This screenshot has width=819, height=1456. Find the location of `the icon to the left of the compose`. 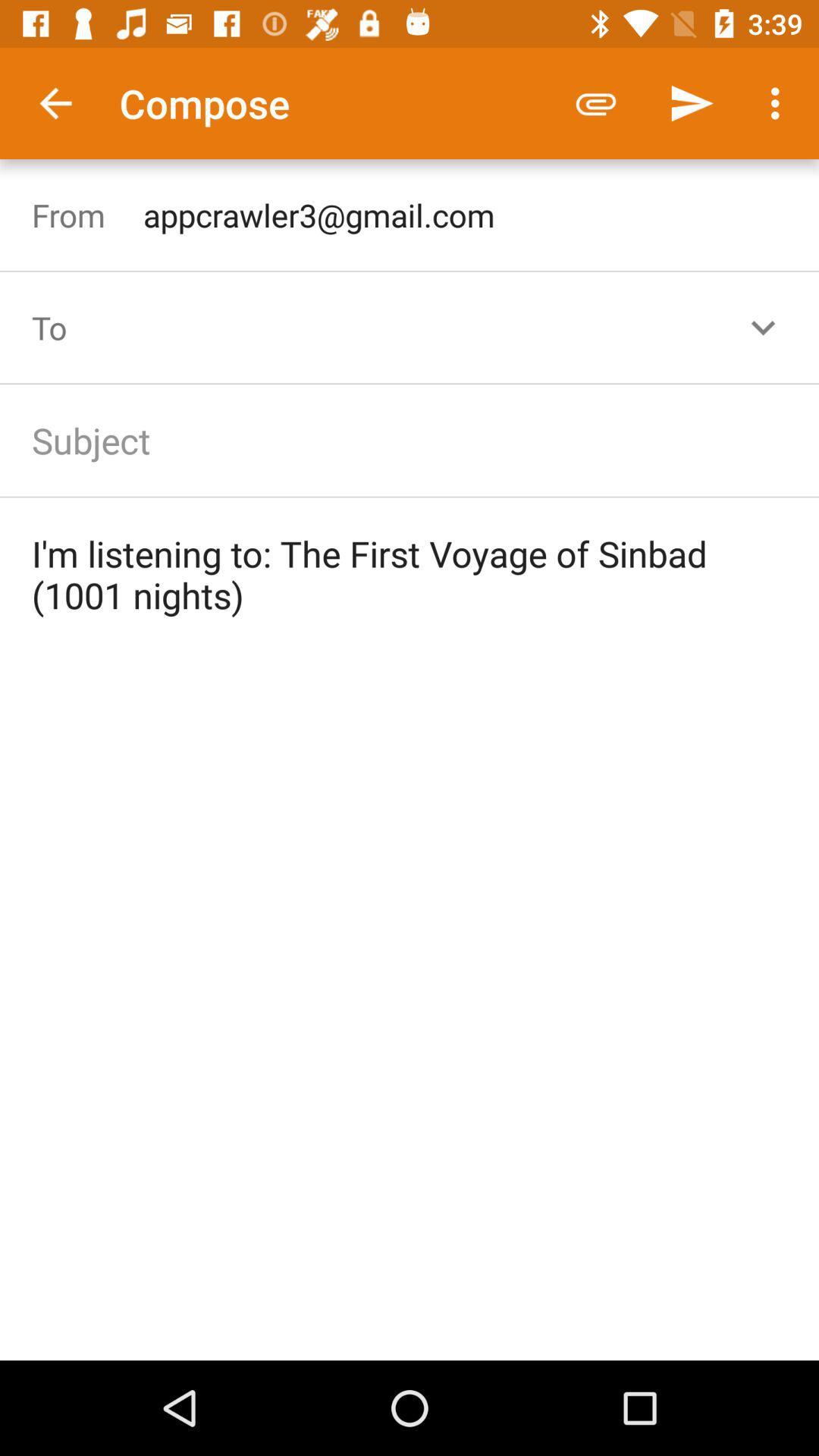

the icon to the left of the compose is located at coordinates (55, 102).